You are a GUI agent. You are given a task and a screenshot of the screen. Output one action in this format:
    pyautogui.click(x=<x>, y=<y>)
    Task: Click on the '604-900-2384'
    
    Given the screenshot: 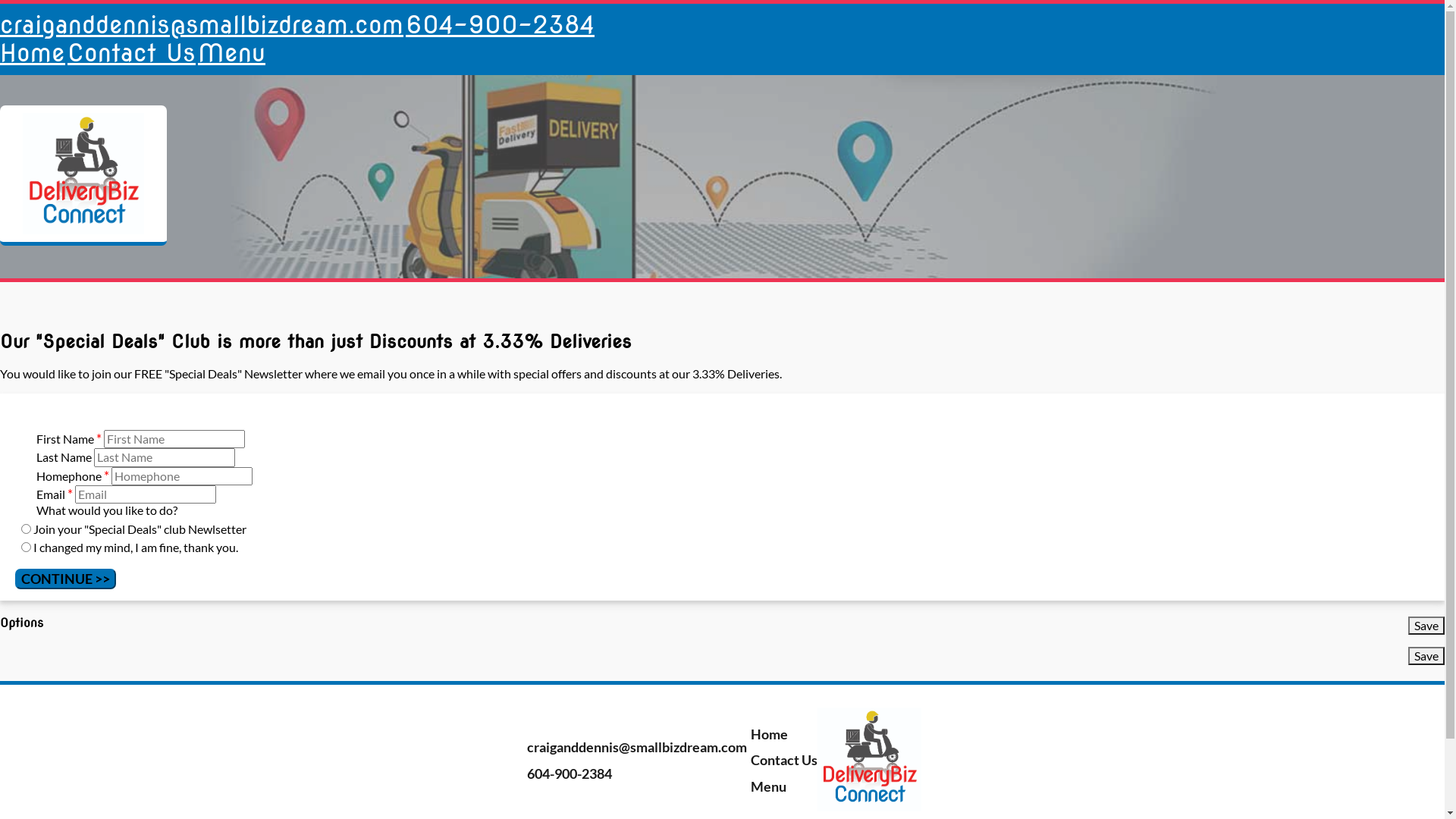 What is the action you would take?
    pyautogui.click(x=566, y=773)
    